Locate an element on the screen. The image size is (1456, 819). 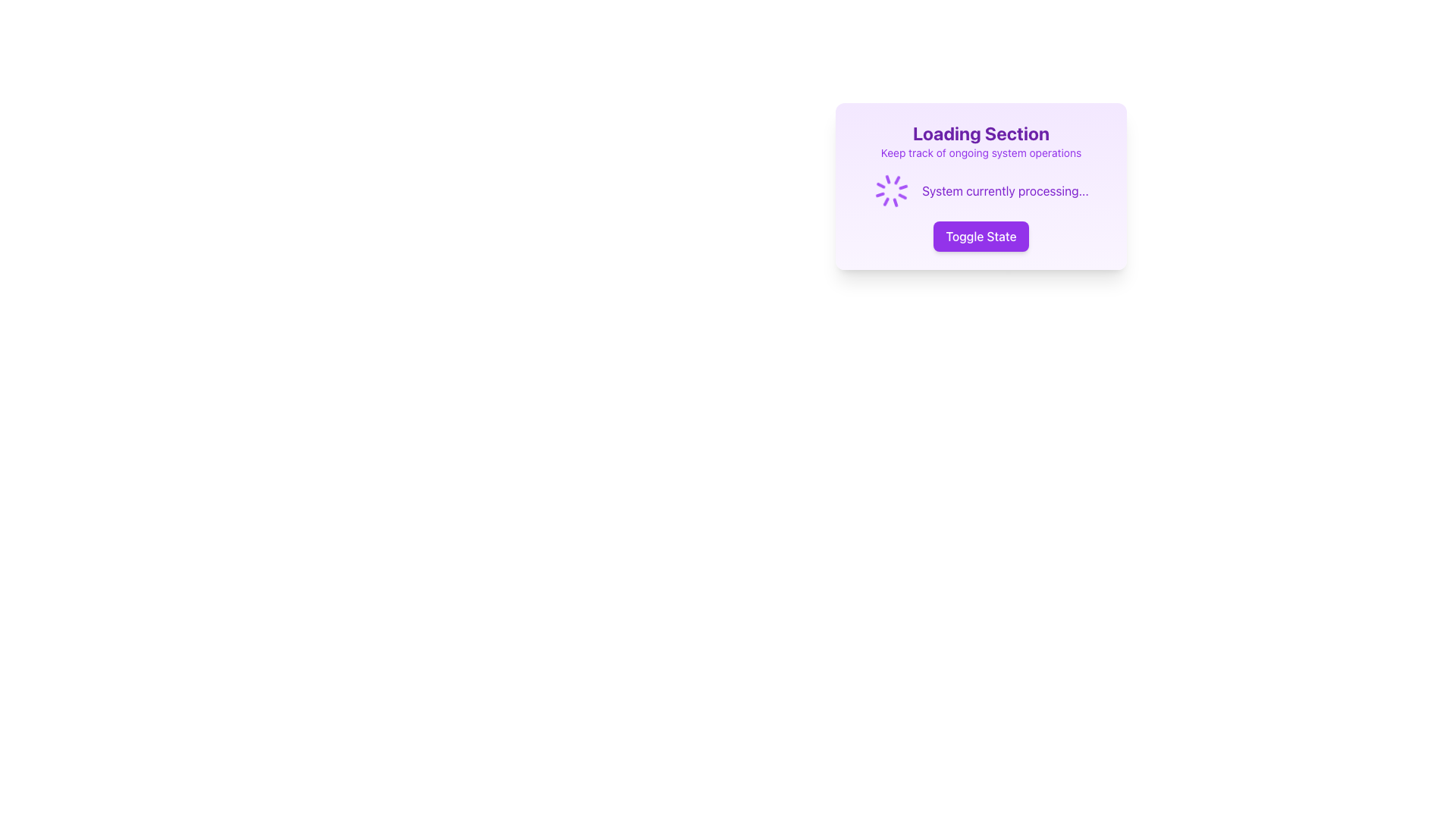
text displayed in the section header of the card that indicates monitoring ongoing system operations, located at the top-center of the interface is located at coordinates (981, 140).